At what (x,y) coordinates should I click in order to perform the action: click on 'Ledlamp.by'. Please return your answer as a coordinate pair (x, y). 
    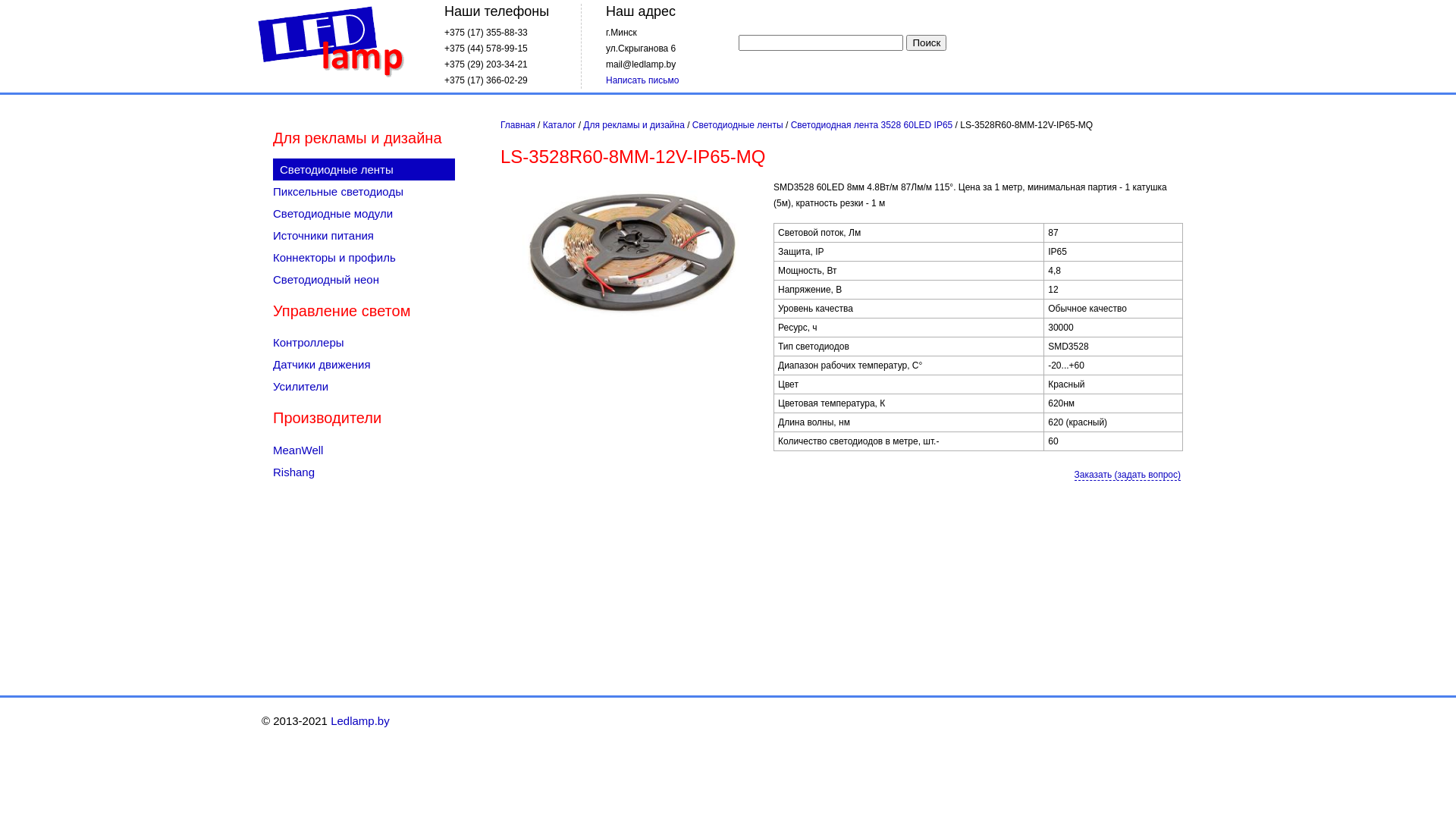
    Looking at the image, I should click on (254, 42).